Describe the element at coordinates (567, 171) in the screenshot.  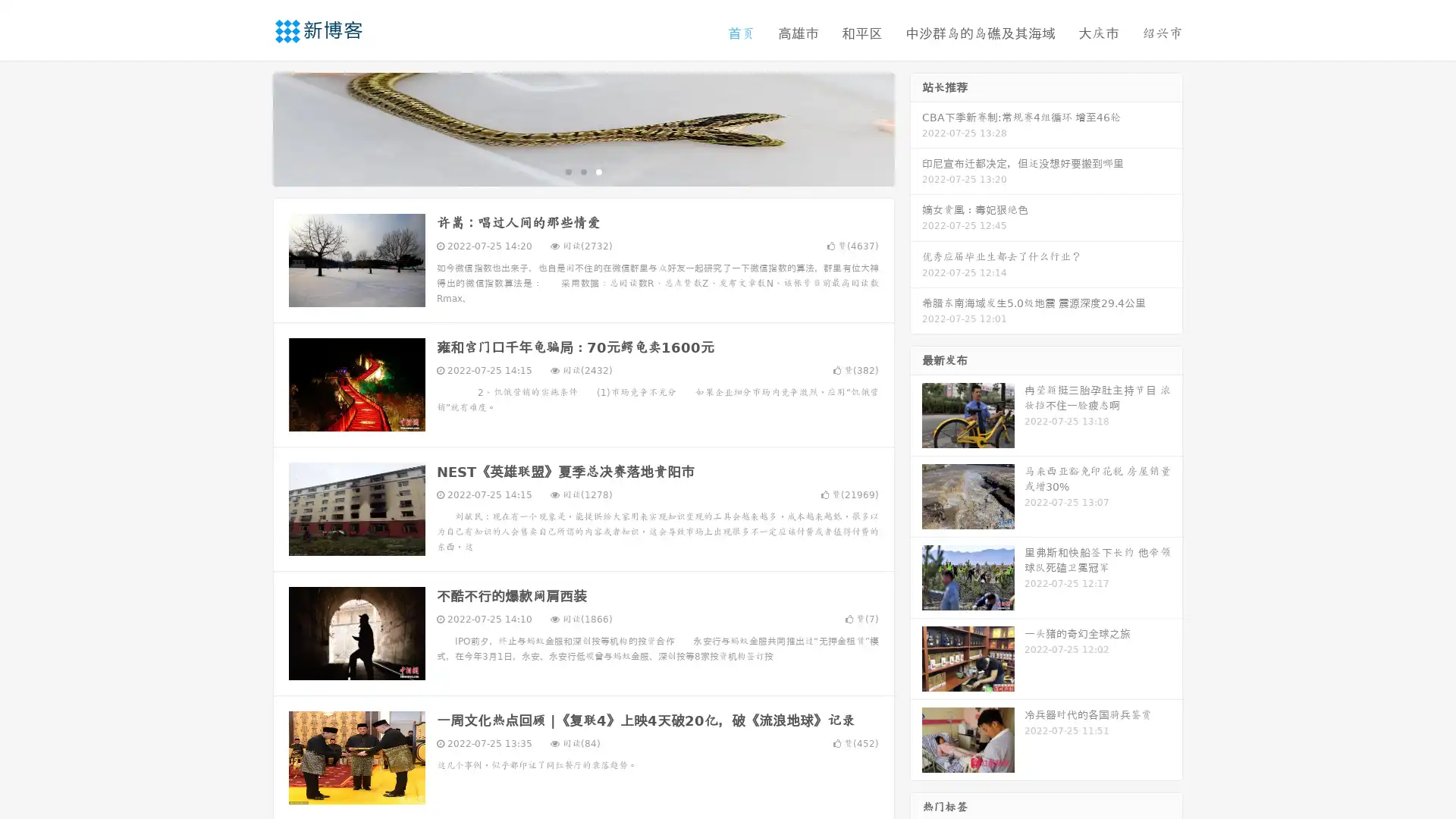
I see `Go to slide 1` at that location.